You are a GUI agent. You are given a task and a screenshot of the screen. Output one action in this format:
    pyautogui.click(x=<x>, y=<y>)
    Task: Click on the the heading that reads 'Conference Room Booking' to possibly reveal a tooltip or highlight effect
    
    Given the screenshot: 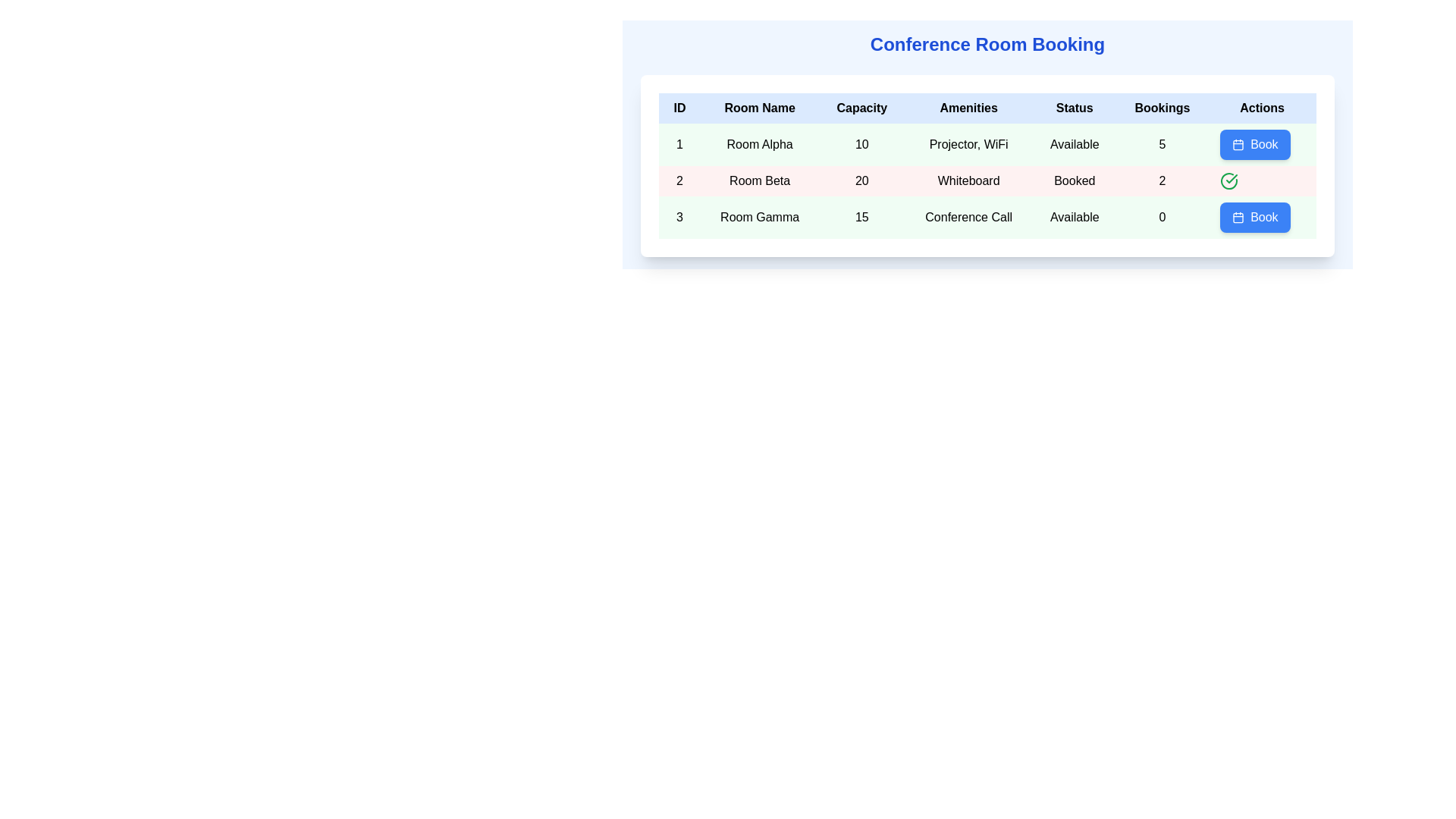 What is the action you would take?
    pyautogui.click(x=987, y=43)
    